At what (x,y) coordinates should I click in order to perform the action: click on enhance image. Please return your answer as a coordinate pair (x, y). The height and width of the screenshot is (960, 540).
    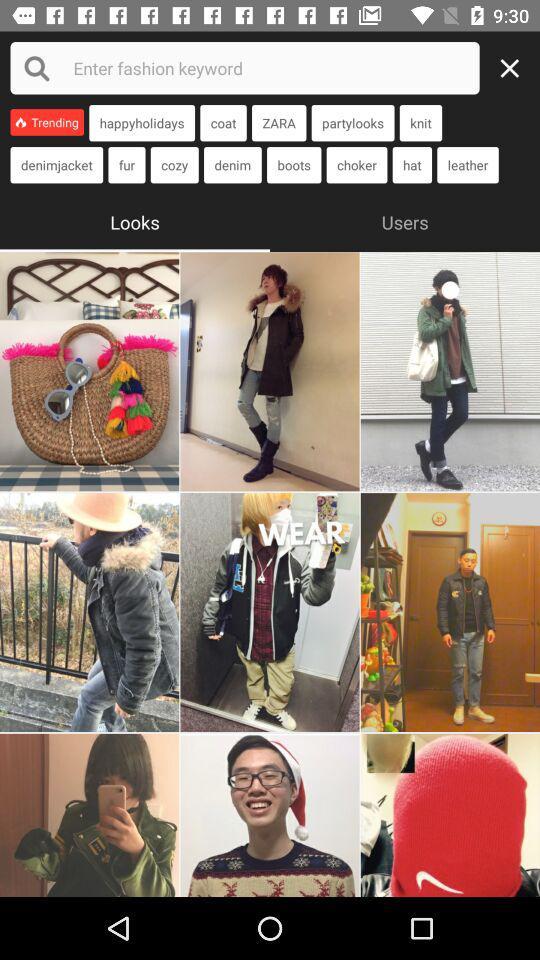
    Looking at the image, I should click on (270, 370).